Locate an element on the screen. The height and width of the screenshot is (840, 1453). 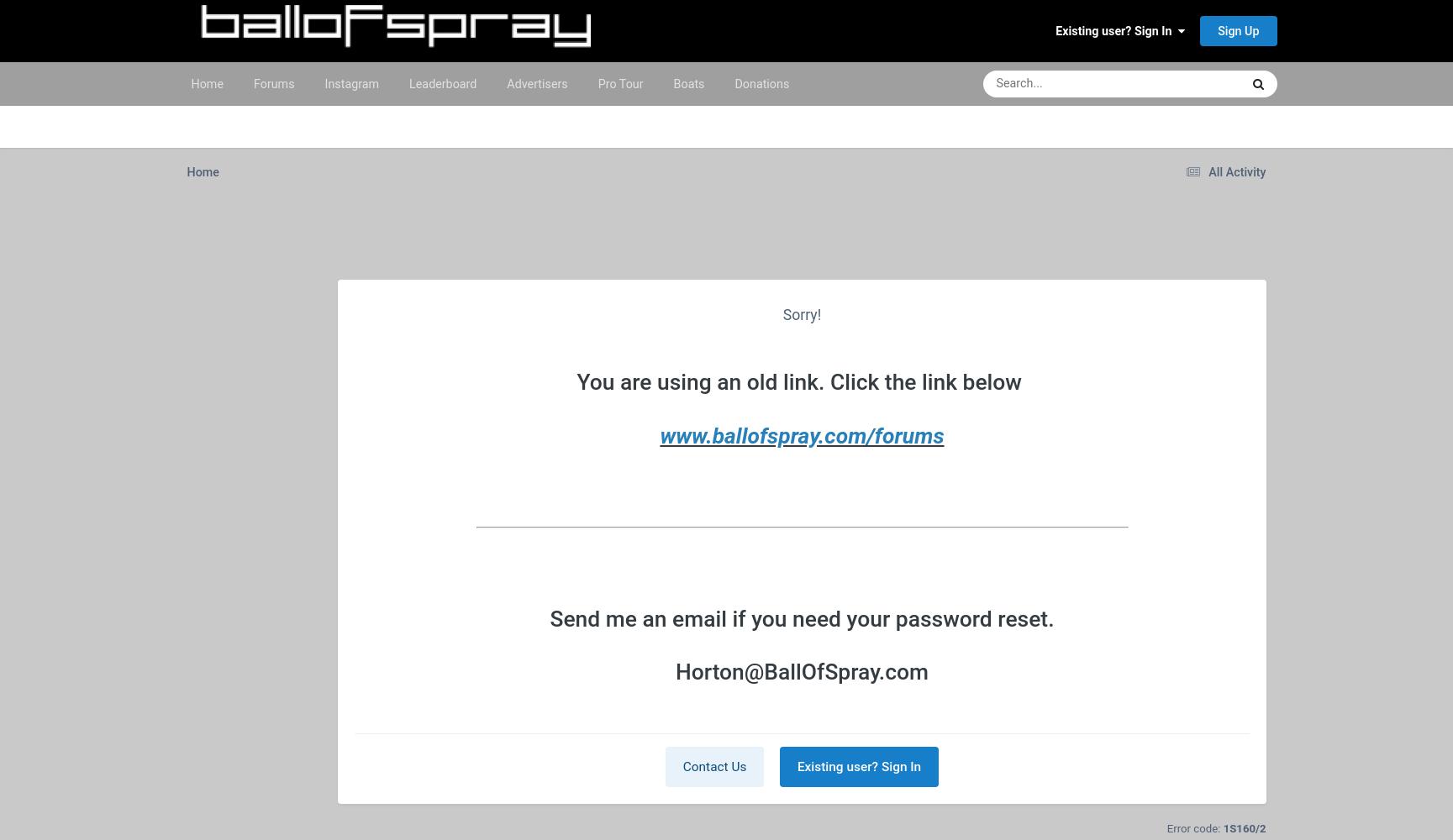
'All Activity' is located at coordinates (1208, 171).